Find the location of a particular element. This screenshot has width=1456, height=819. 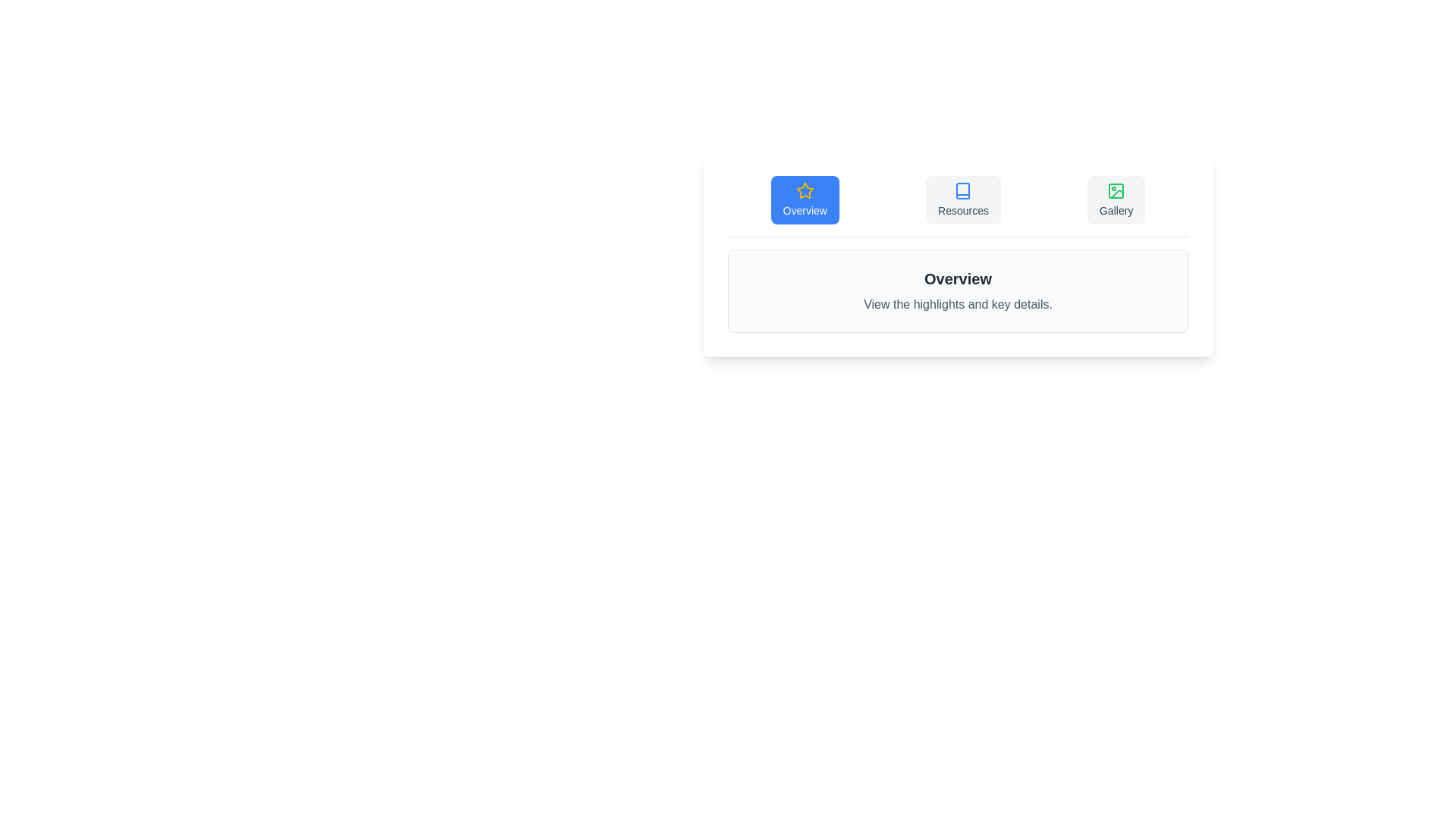

the icon of the Gallery tab is located at coordinates (1116, 190).